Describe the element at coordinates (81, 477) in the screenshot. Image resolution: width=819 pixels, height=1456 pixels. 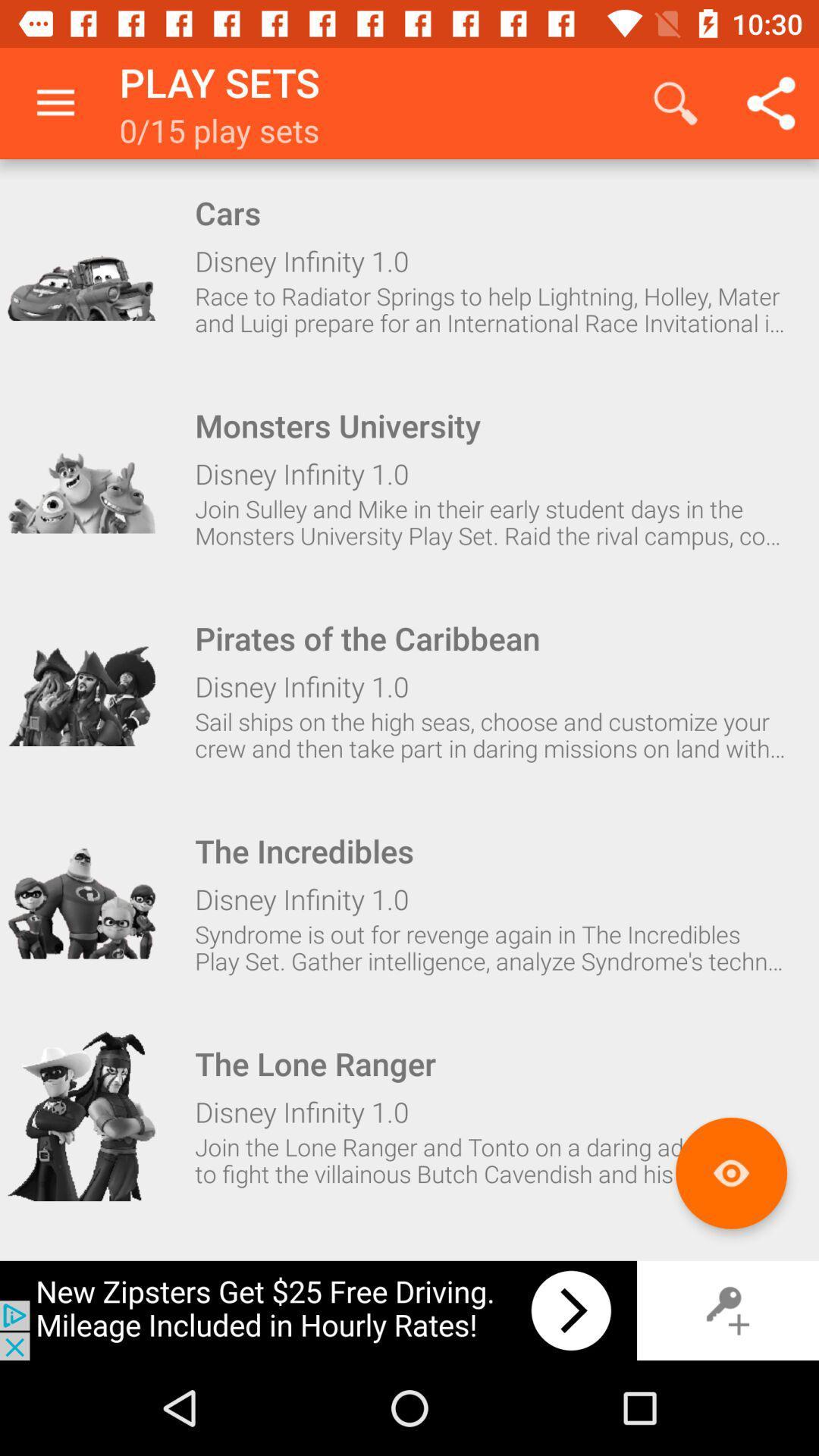
I see `this item` at that location.